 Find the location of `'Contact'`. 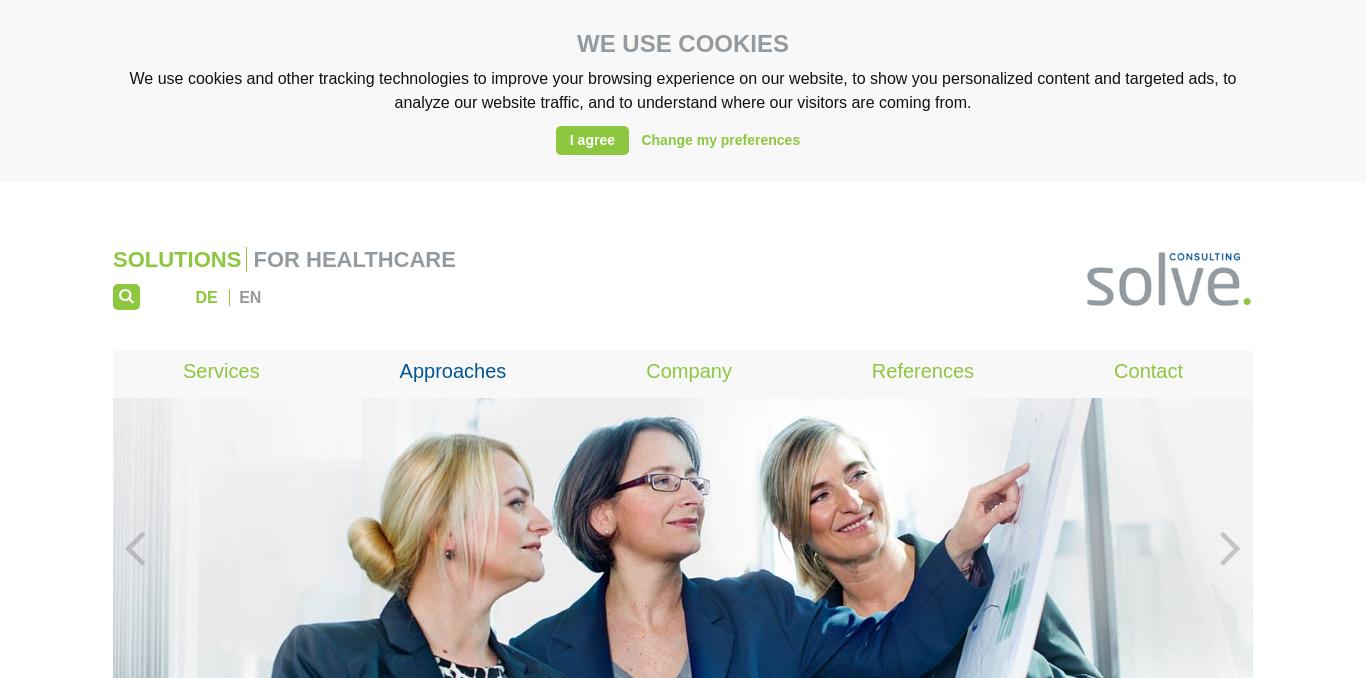

'Contact' is located at coordinates (1148, 370).